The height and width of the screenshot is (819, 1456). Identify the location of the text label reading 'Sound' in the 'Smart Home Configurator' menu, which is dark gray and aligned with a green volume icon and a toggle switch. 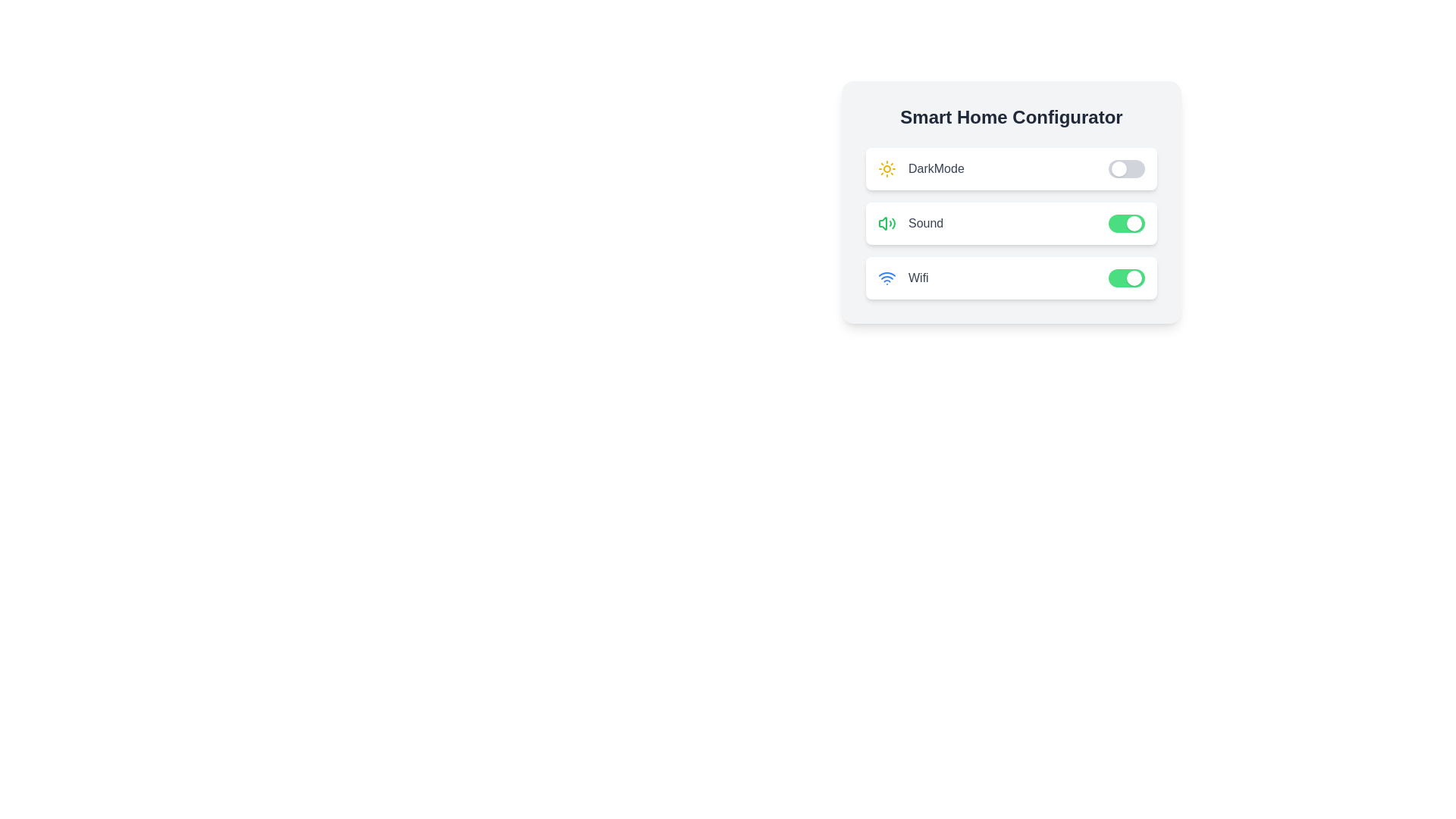
(925, 223).